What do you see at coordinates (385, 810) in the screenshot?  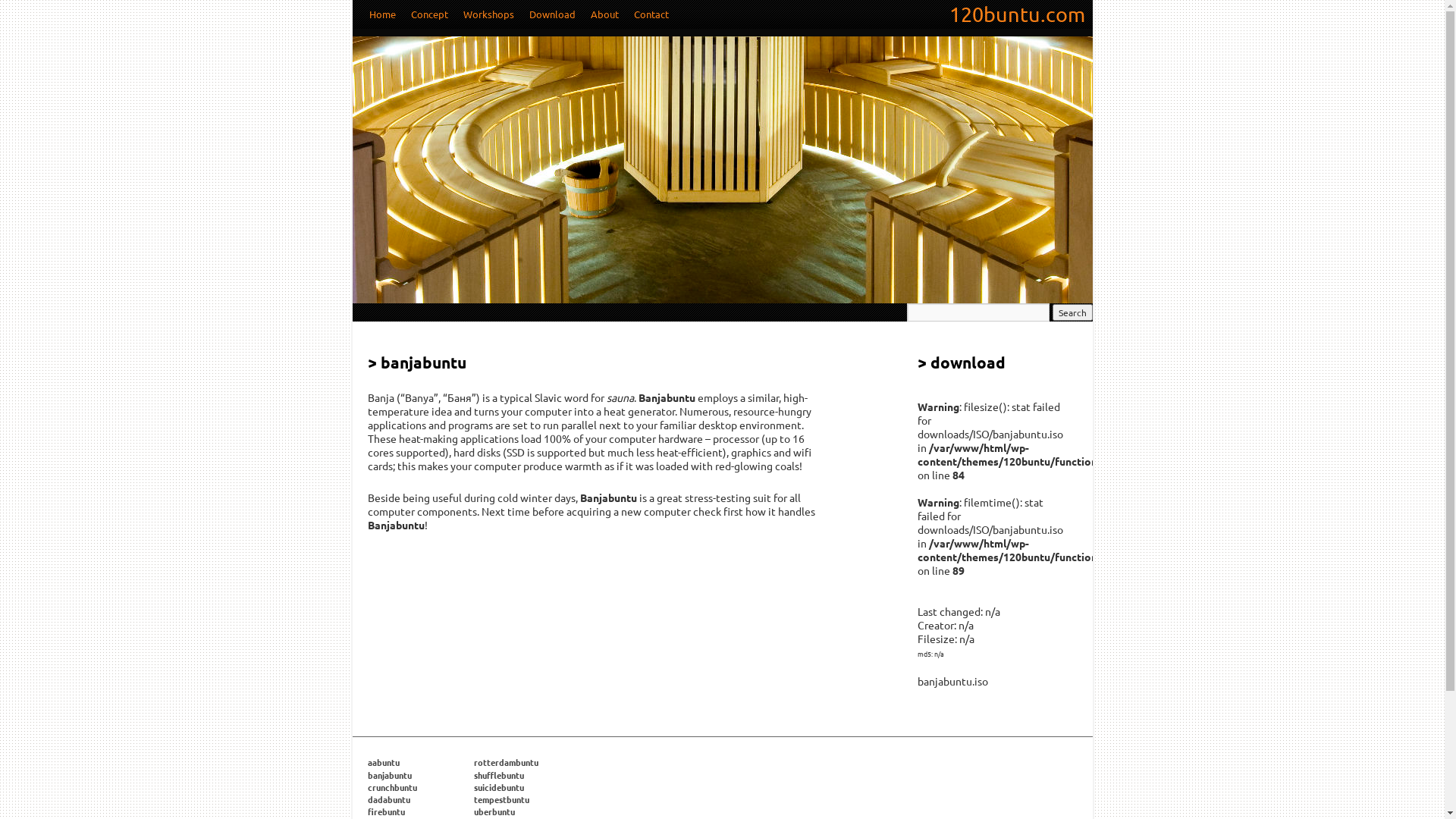 I see `'firebuntu'` at bounding box center [385, 810].